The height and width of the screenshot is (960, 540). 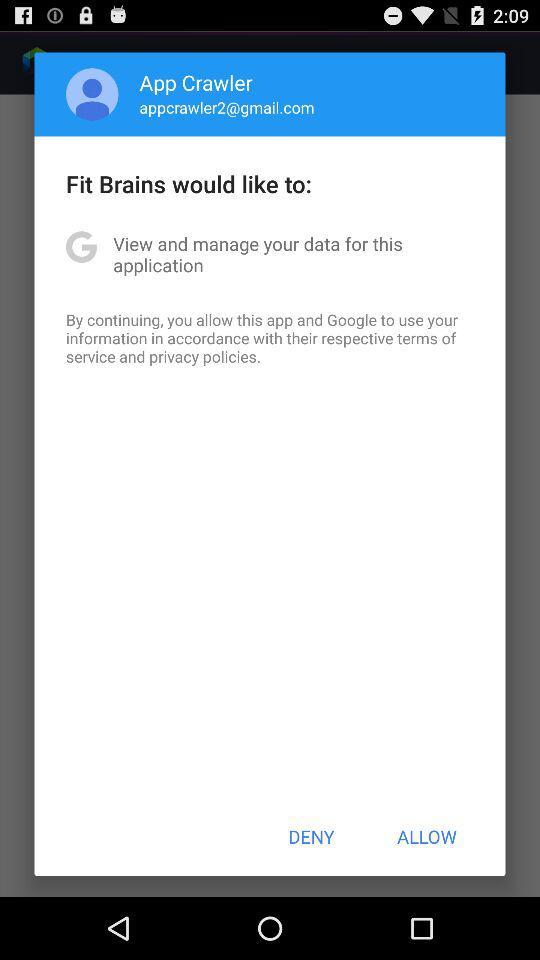 What do you see at coordinates (311, 836) in the screenshot?
I see `the item below by continuing you icon` at bounding box center [311, 836].